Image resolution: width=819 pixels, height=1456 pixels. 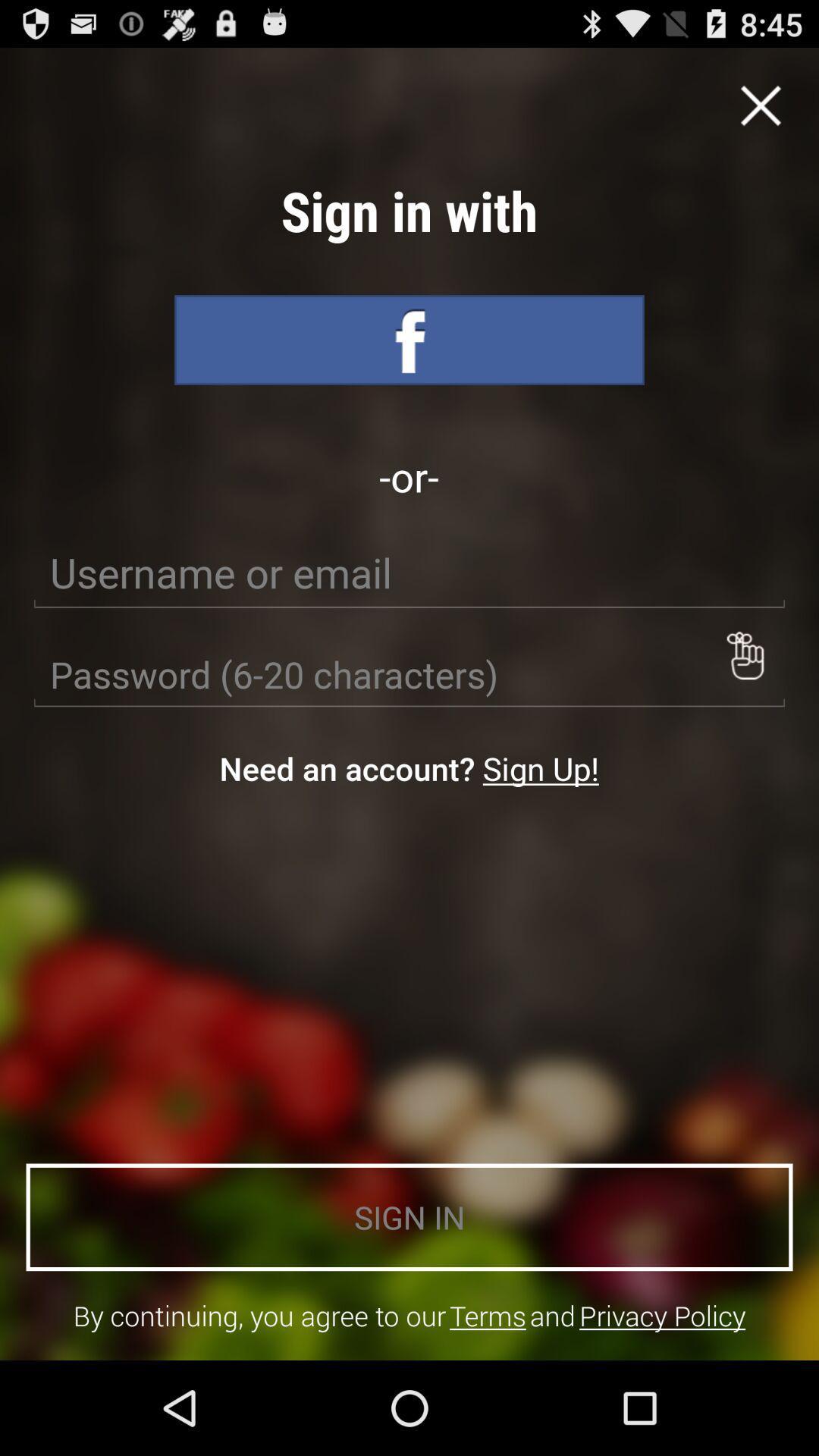 What do you see at coordinates (761, 105) in the screenshot?
I see `icon at the top right corner` at bounding box center [761, 105].